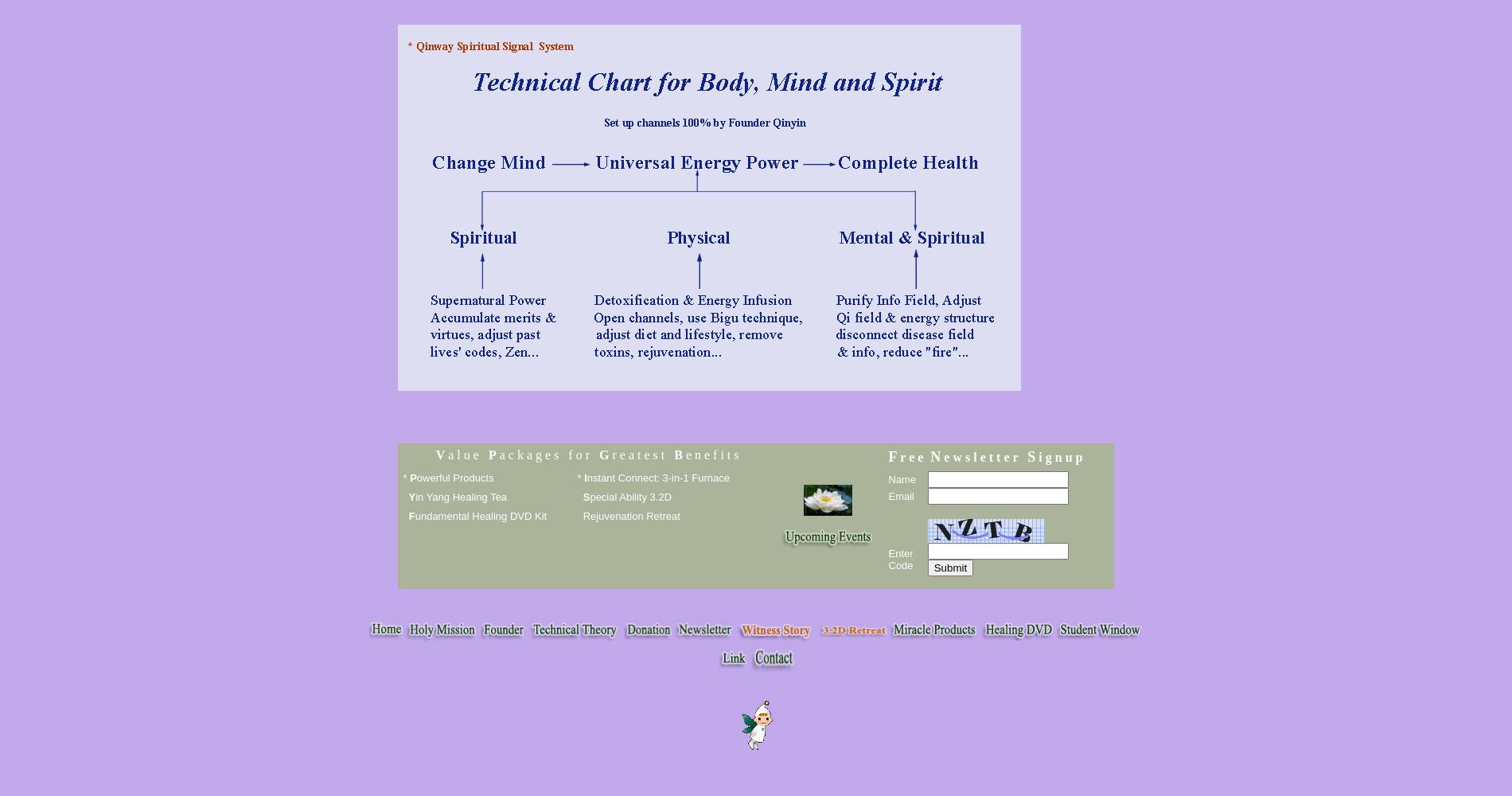 The height and width of the screenshot is (796, 1512). What do you see at coordinates (466, 453) in the screenshot?
I see `'a l u e'` at bounding box center [466, 453].